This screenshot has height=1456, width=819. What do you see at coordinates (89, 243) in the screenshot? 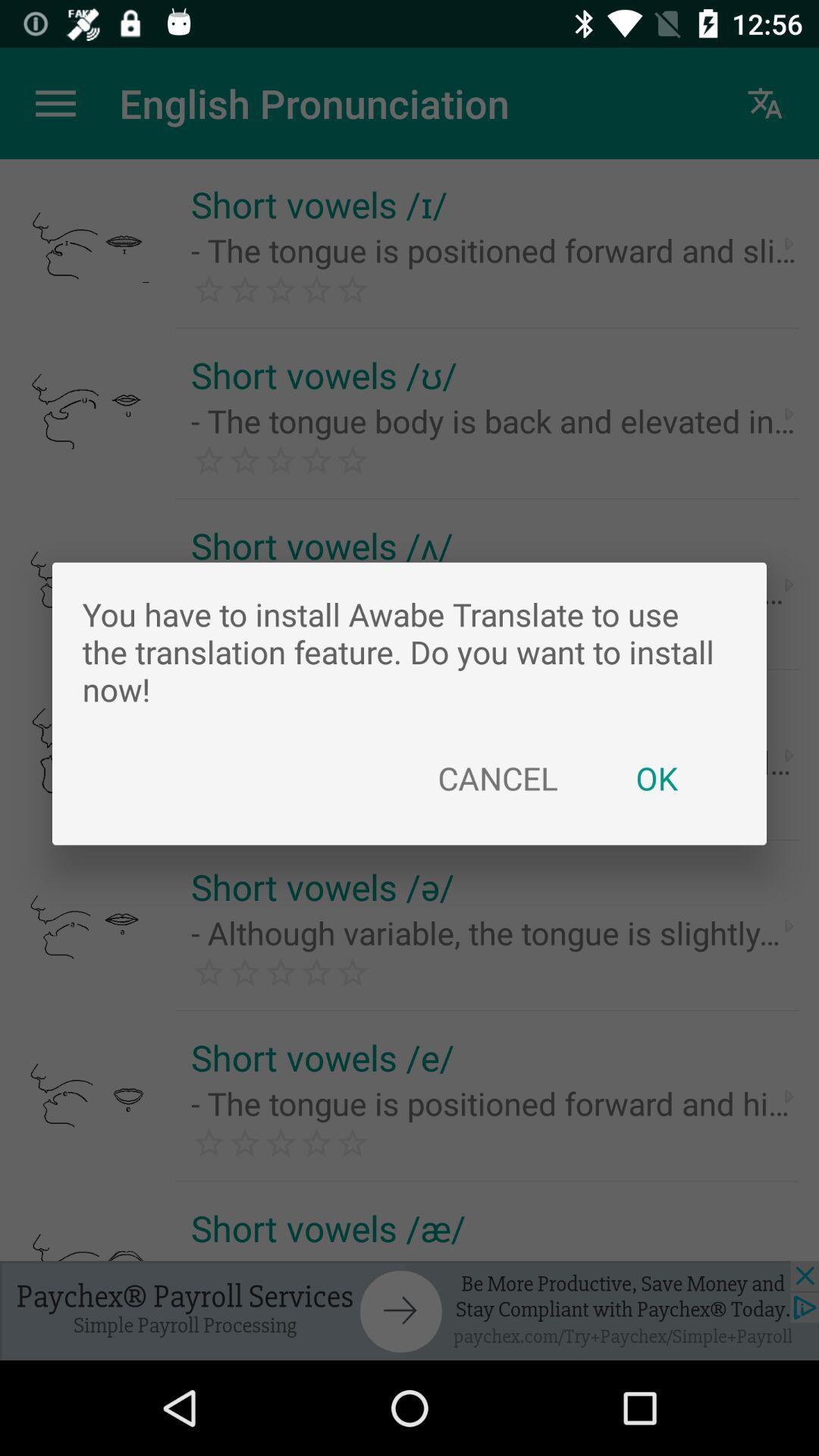
I see `image in the first option` at bounding box center [89, 243].